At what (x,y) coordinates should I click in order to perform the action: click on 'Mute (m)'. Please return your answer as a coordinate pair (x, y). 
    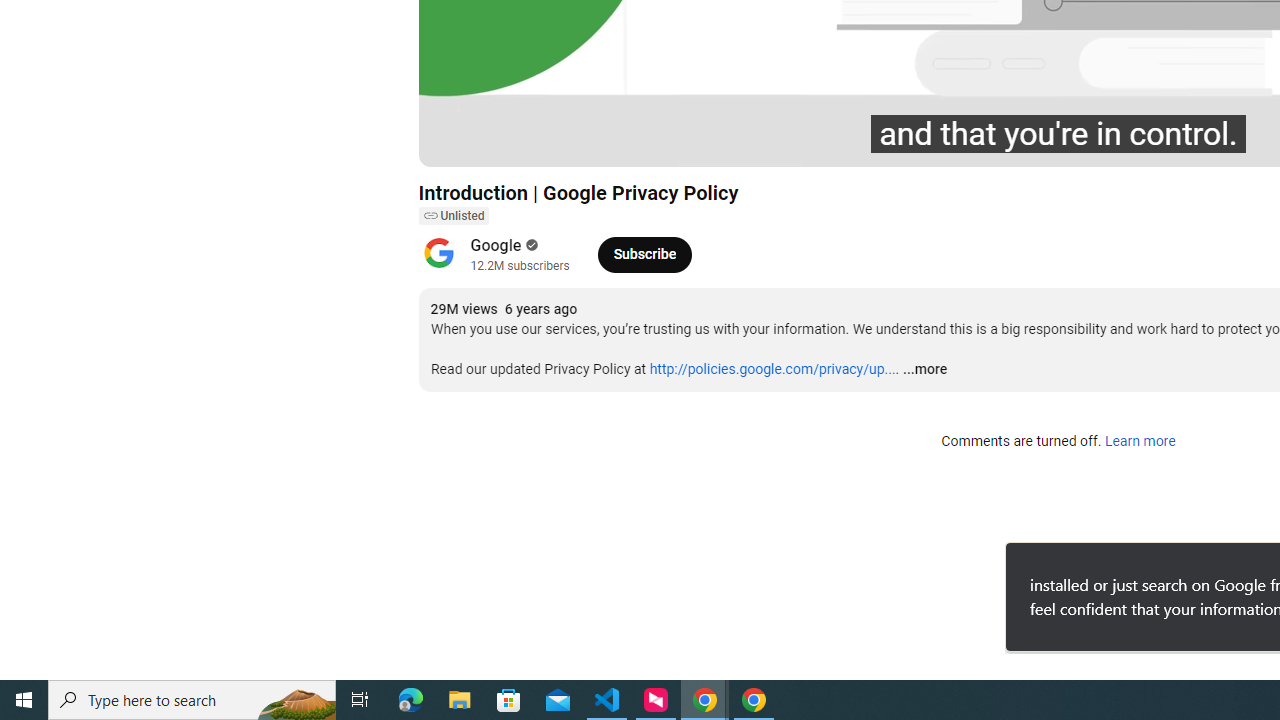
    Looking at the image, I should click on (548, 141).